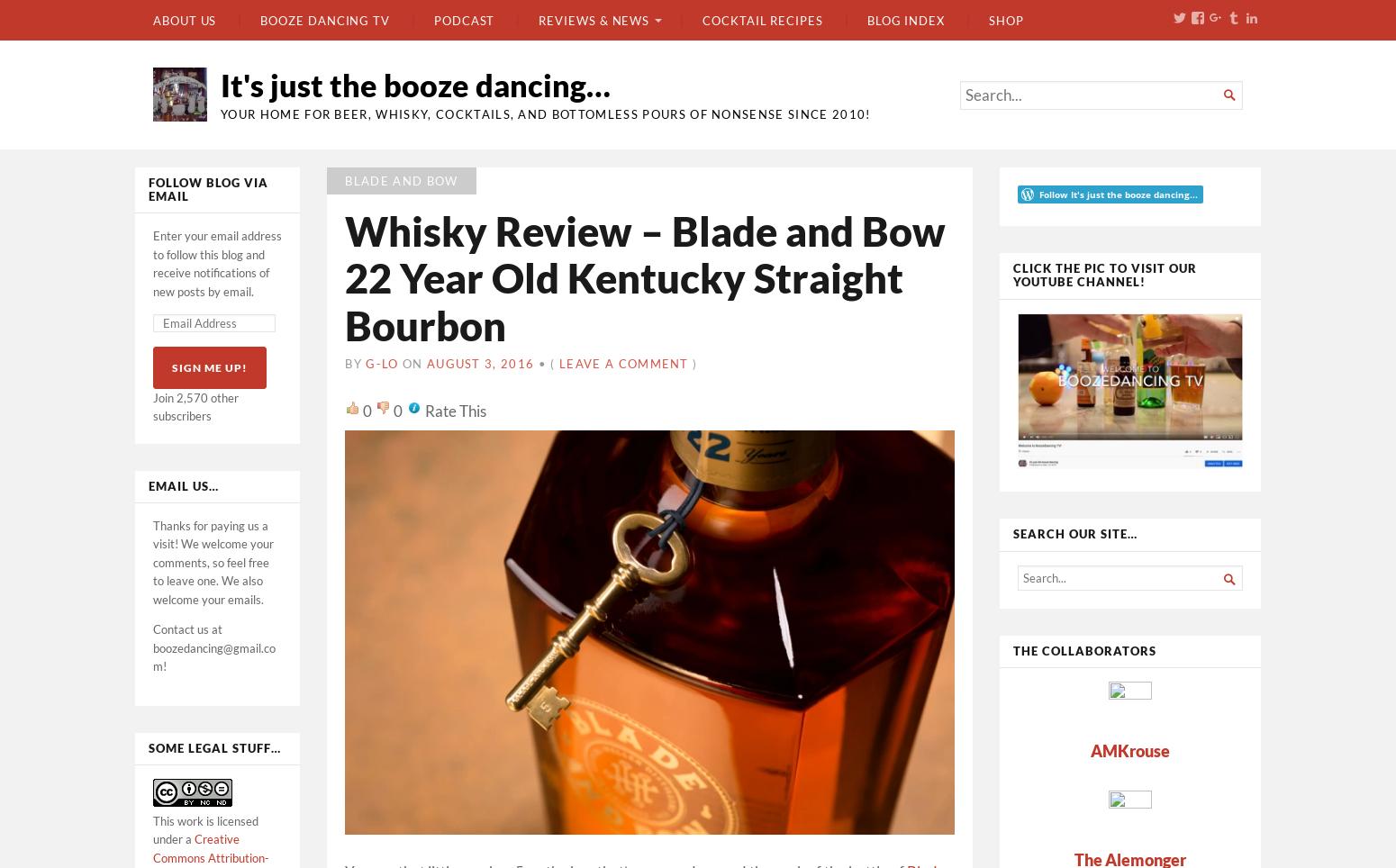  What do you see at coordinates (415, 84) in the screenshot?
I see `'It's just the booze dancing…'` at bounding box center [415, 84].